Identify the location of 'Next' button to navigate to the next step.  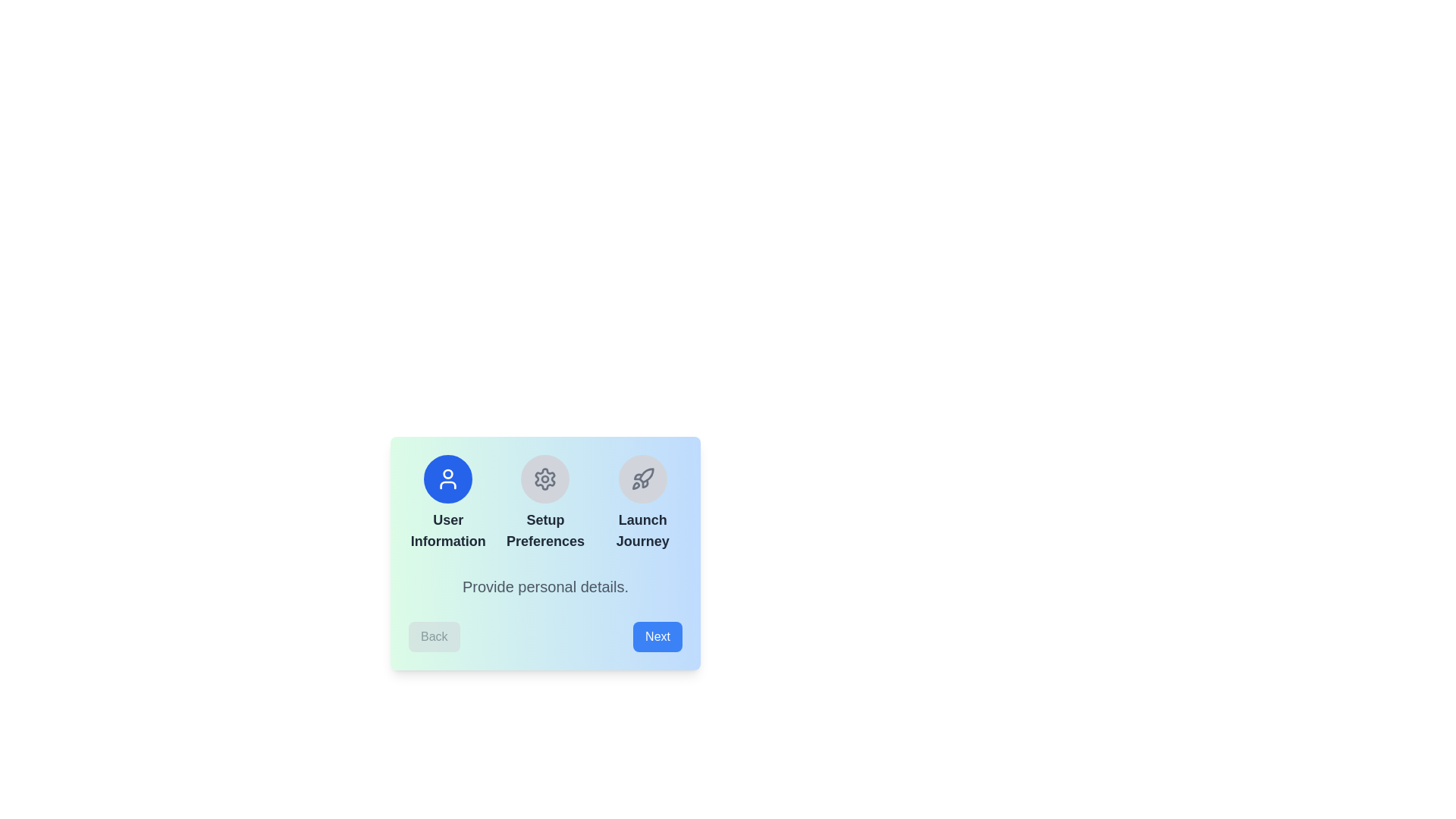
(657, 637).